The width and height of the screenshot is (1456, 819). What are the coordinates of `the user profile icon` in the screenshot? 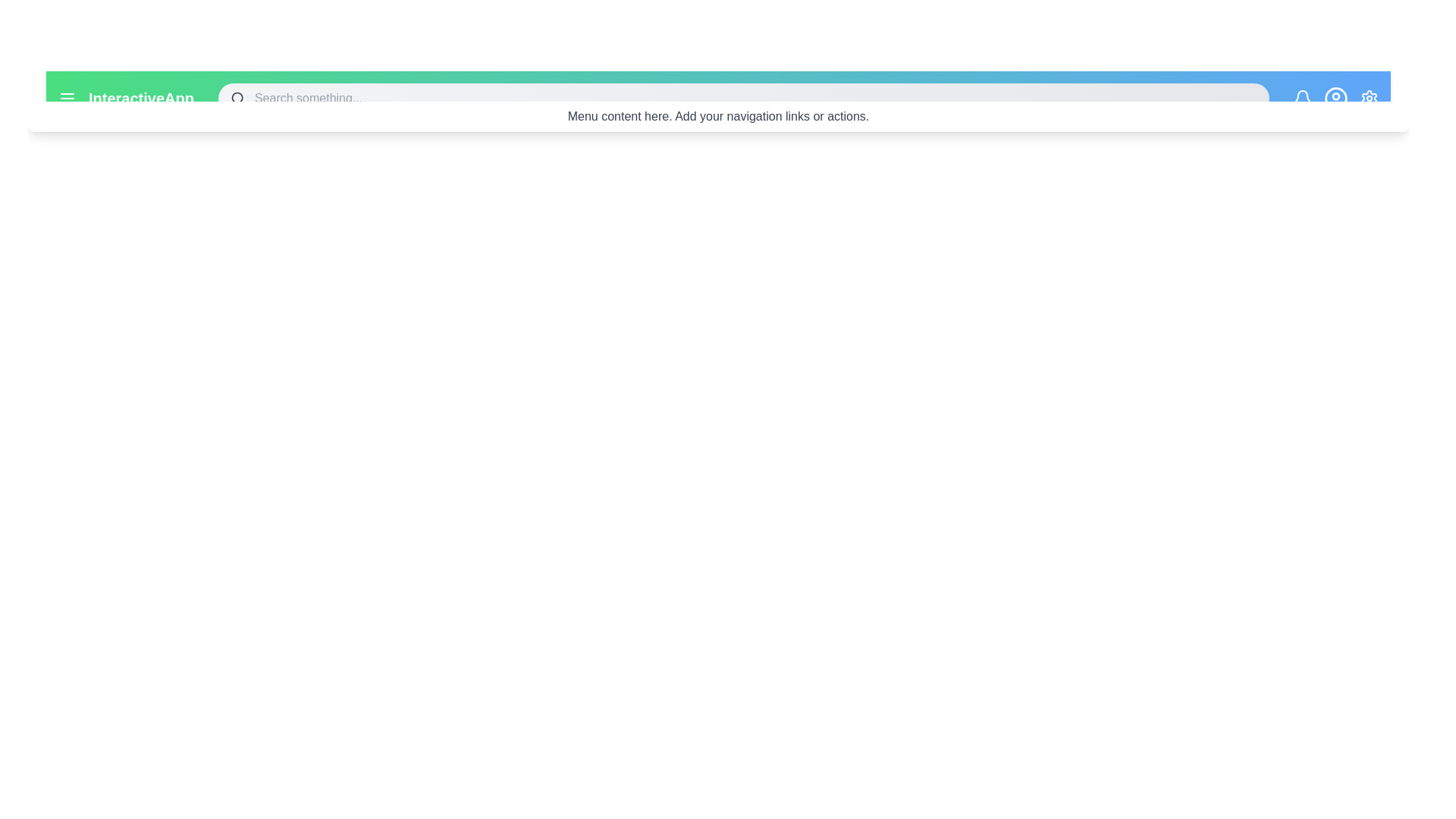 It's located at (1335, 99).